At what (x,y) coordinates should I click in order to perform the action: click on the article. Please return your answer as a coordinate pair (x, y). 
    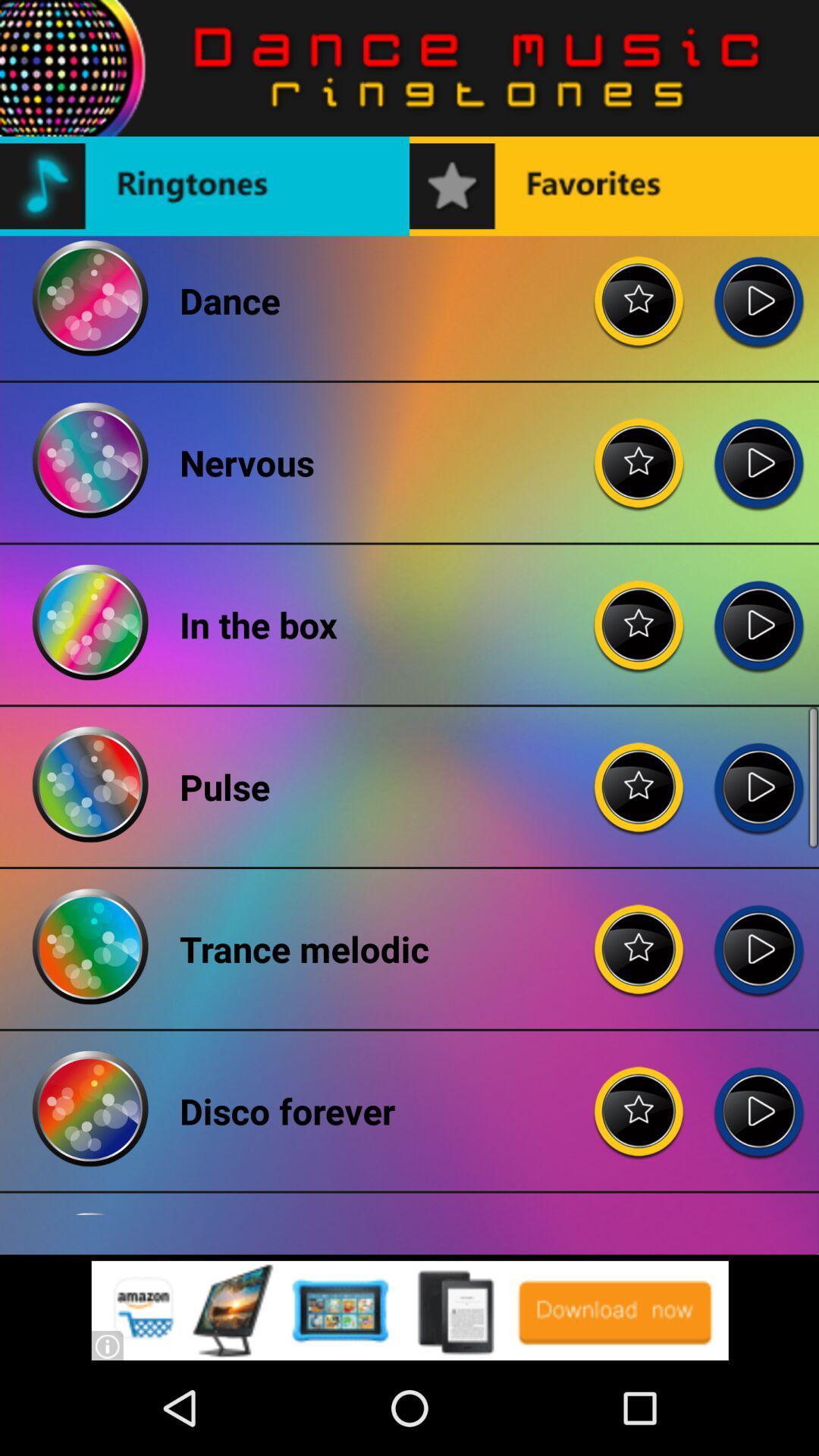
    Looking at the image, I should click on (639, 289).